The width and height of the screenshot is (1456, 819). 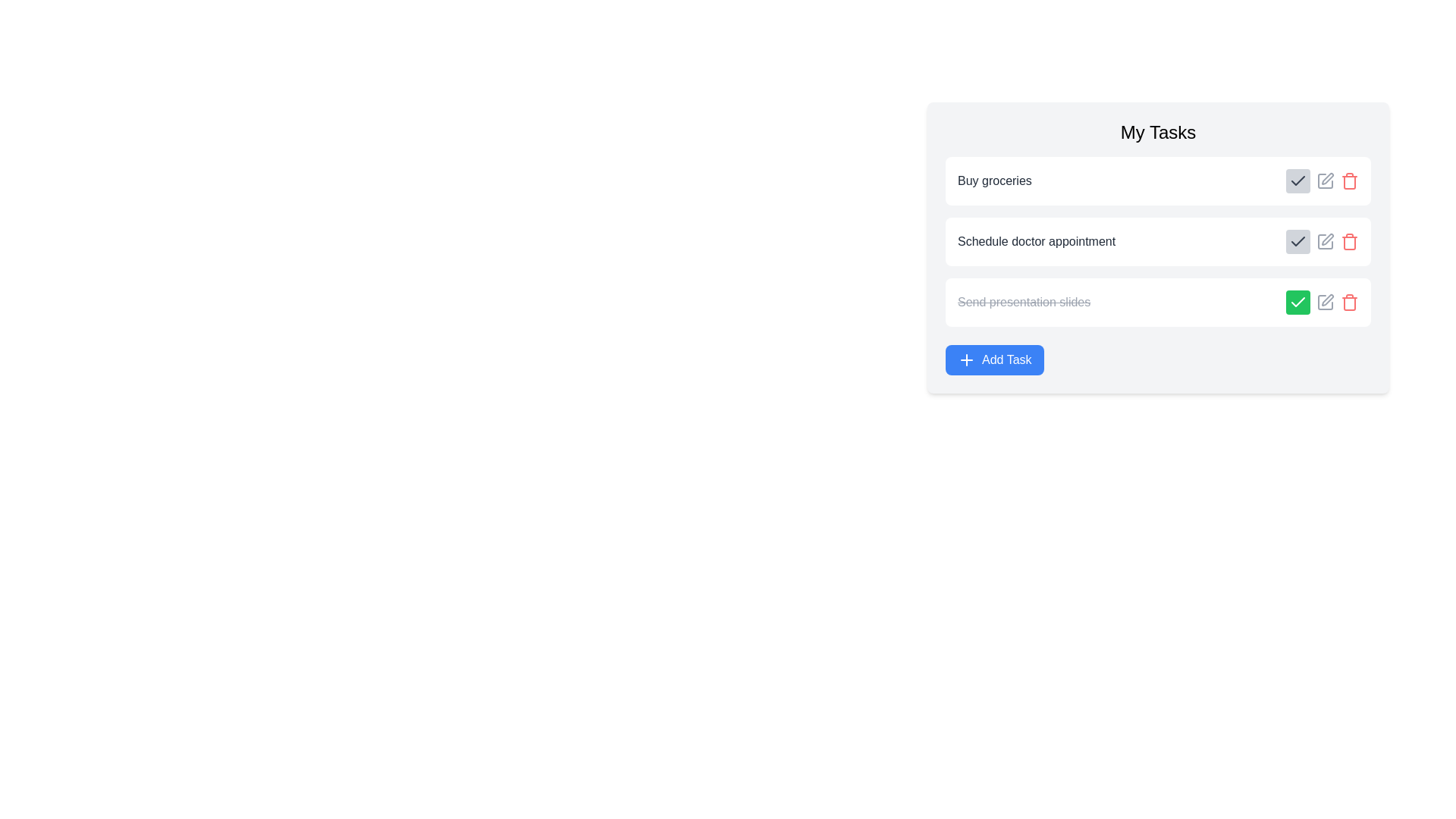 I want to click on delete button for the task identified by Schedule doctor appointment, so click(x=1350, y=241).